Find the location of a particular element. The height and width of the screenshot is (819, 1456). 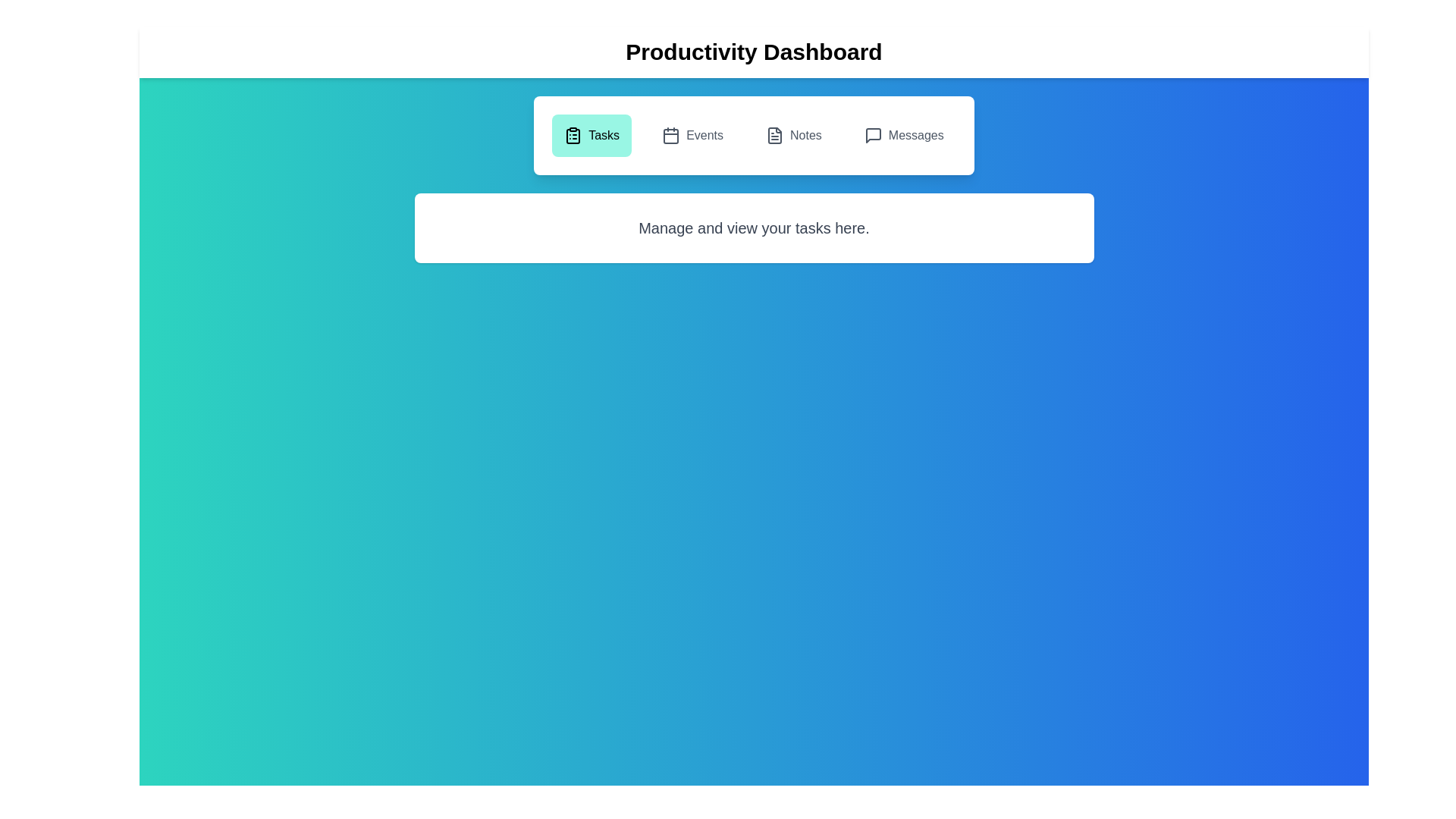

the Messages tab is located at coordinates (903, 134).